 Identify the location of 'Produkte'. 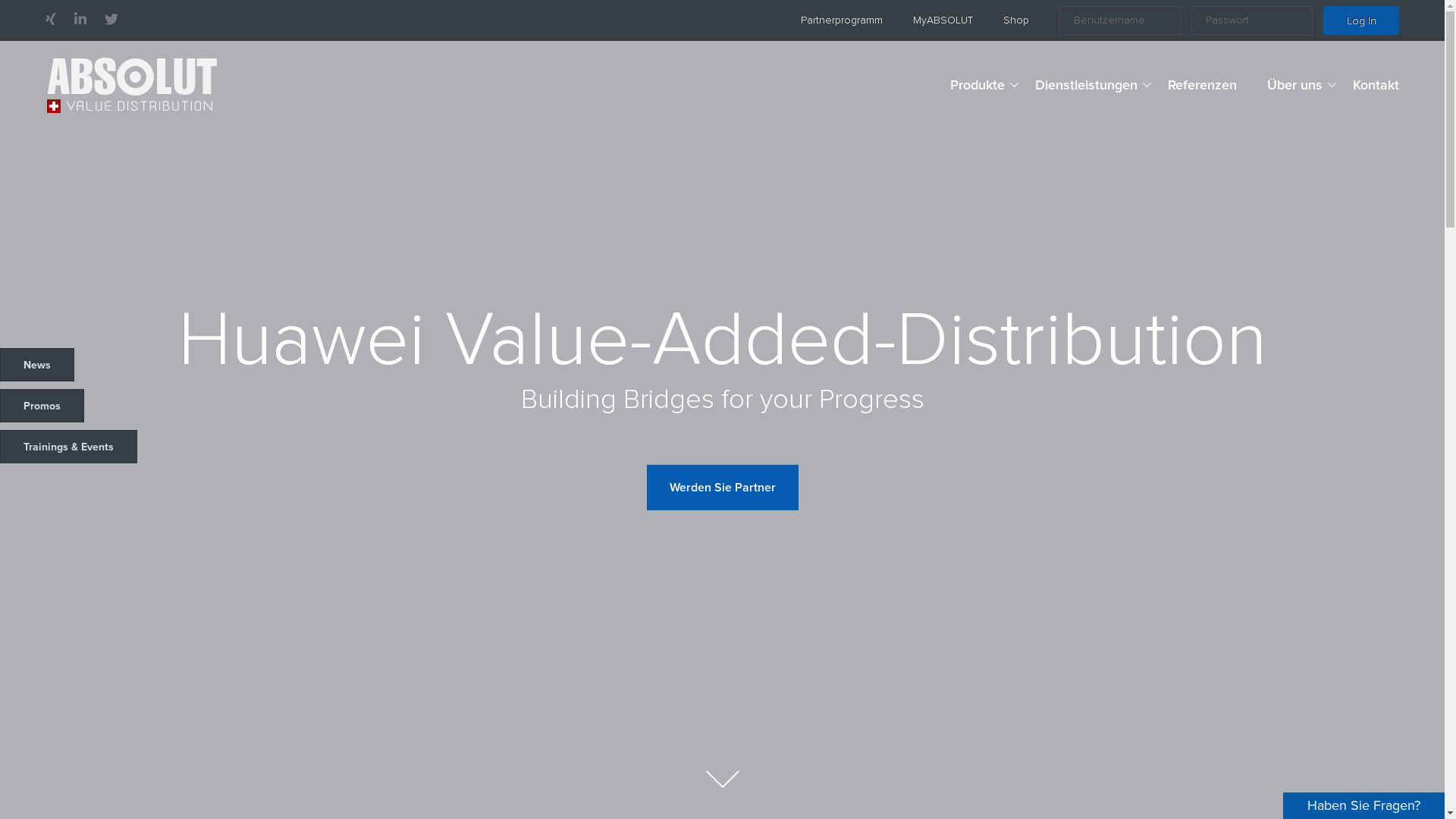
(977, 85).